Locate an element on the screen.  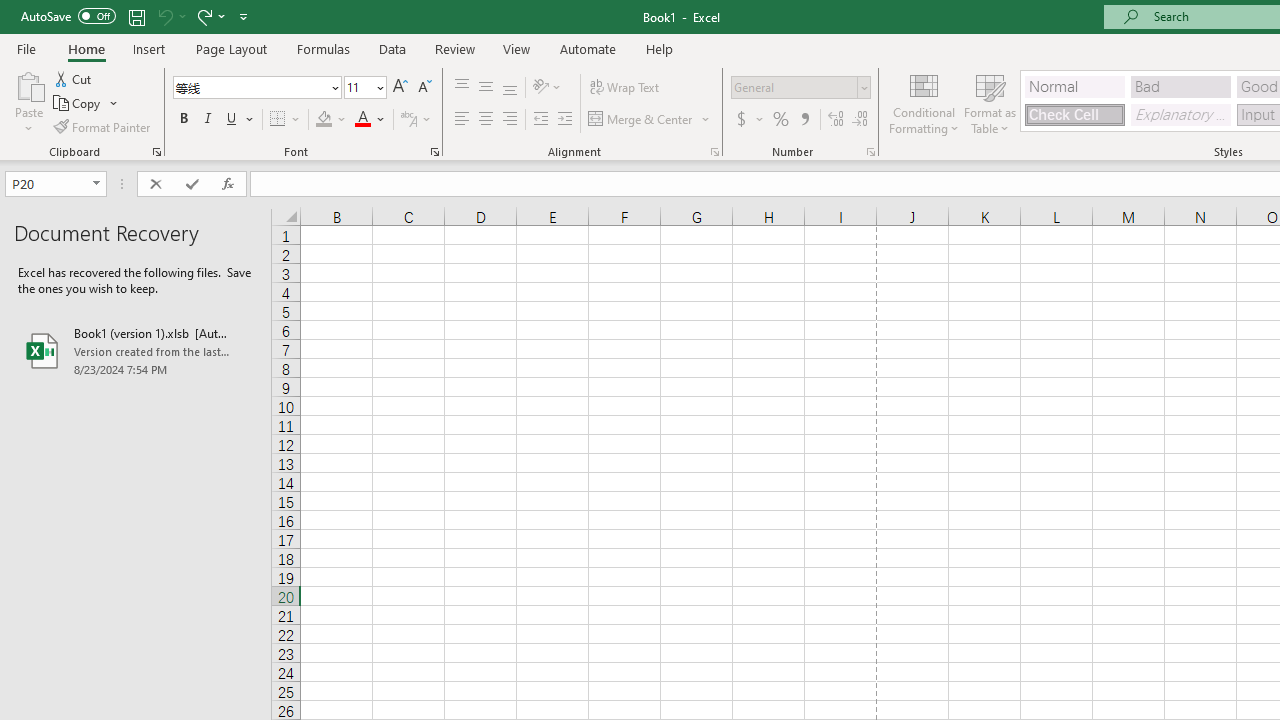
'Bold' is located at coordinates (183, 119).